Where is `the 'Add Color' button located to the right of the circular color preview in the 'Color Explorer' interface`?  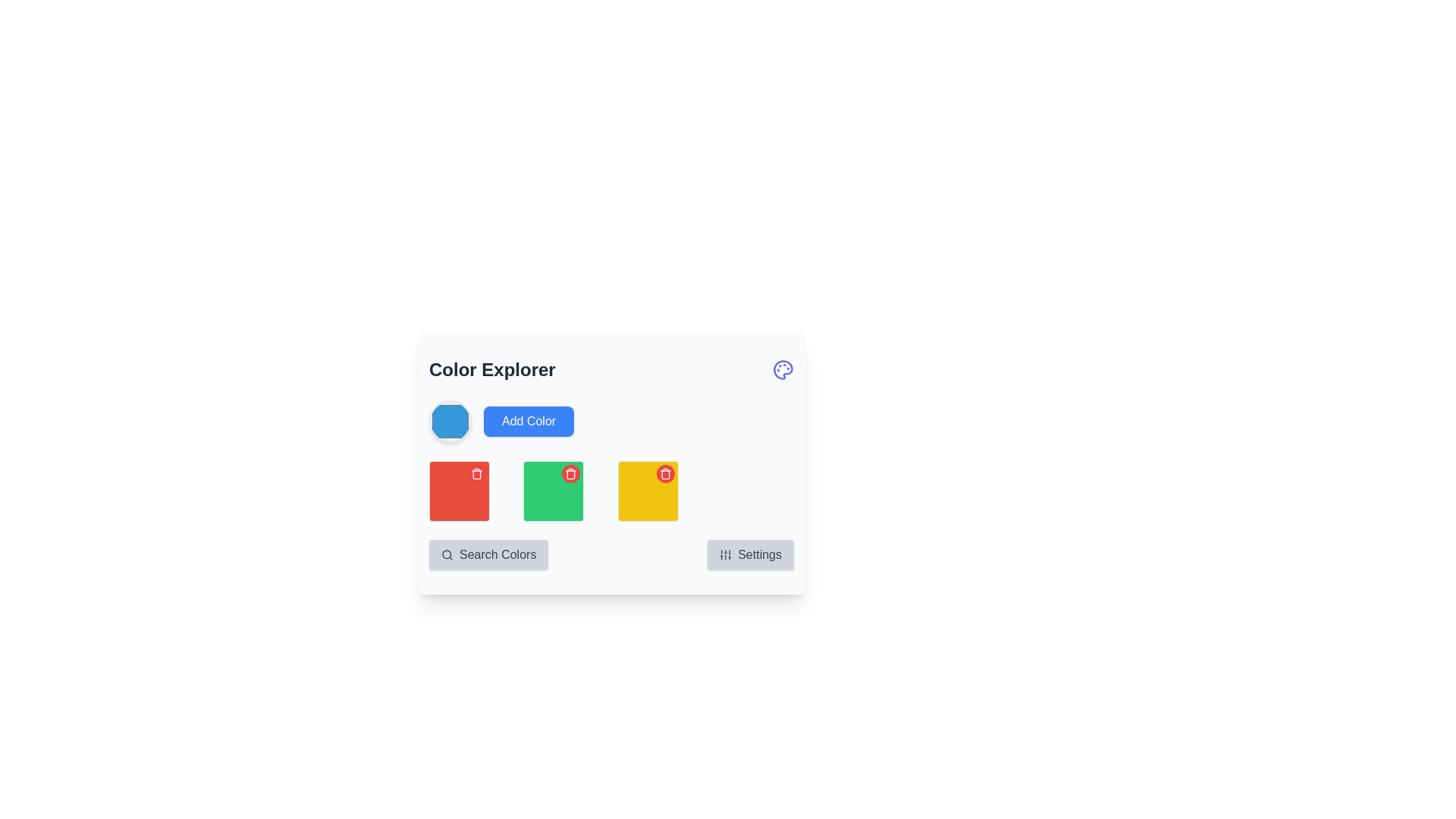 the 'Add Color' button located to the right of the circular color preview in the 'Color Explorer' interface is located at coordinates (529, 421).